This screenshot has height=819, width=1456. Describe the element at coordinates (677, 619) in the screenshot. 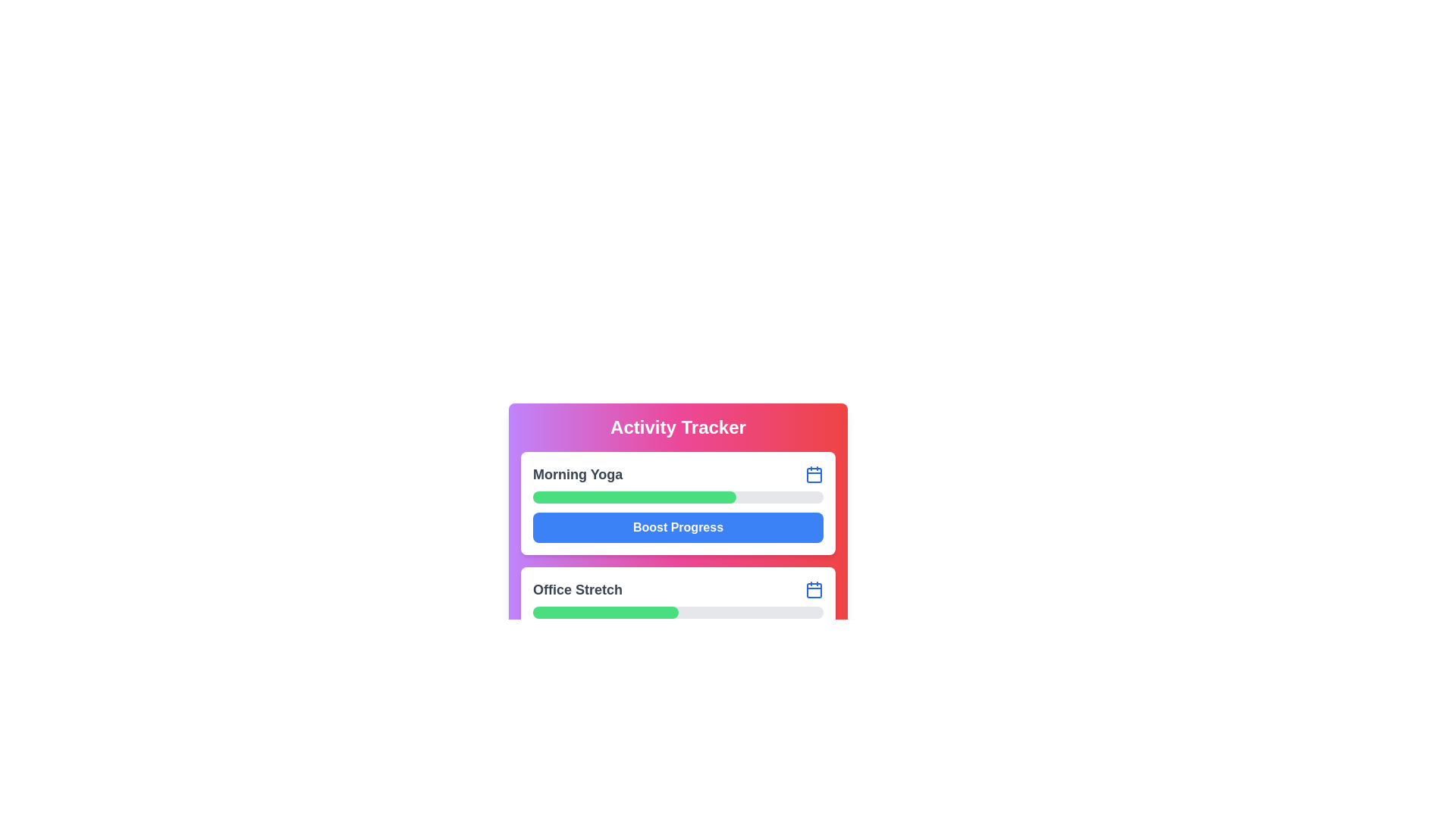

I see `the progress bar located in the second card titled 'Office Stretch' within the 'Activity Tracker' section, positioned below the text 'Office Stretch'` at that location.